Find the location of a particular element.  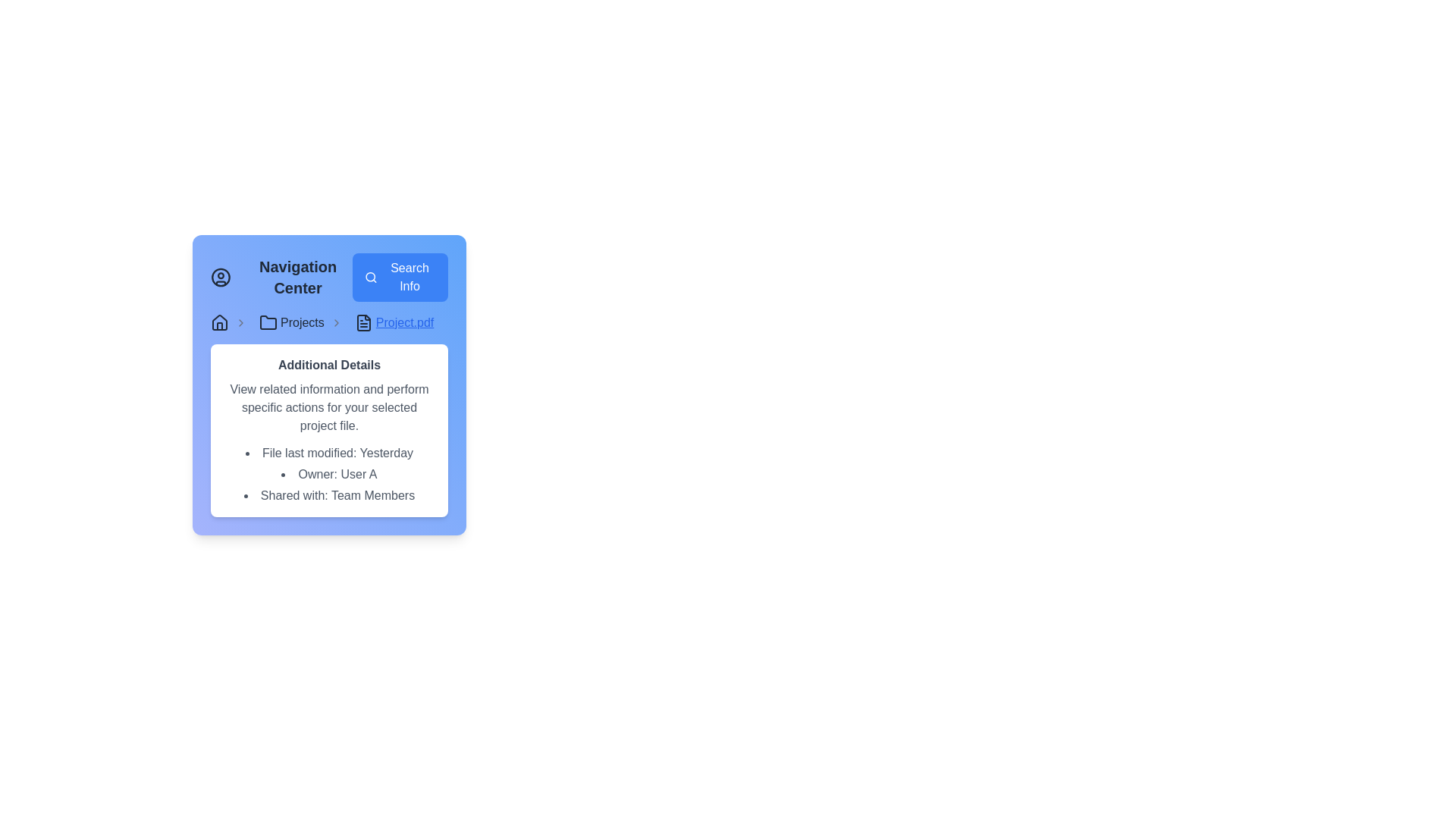

the folder icon located in the navigation bar, positioned between the home icon and the 'Projects' text label is located at coordinates (268, 321).